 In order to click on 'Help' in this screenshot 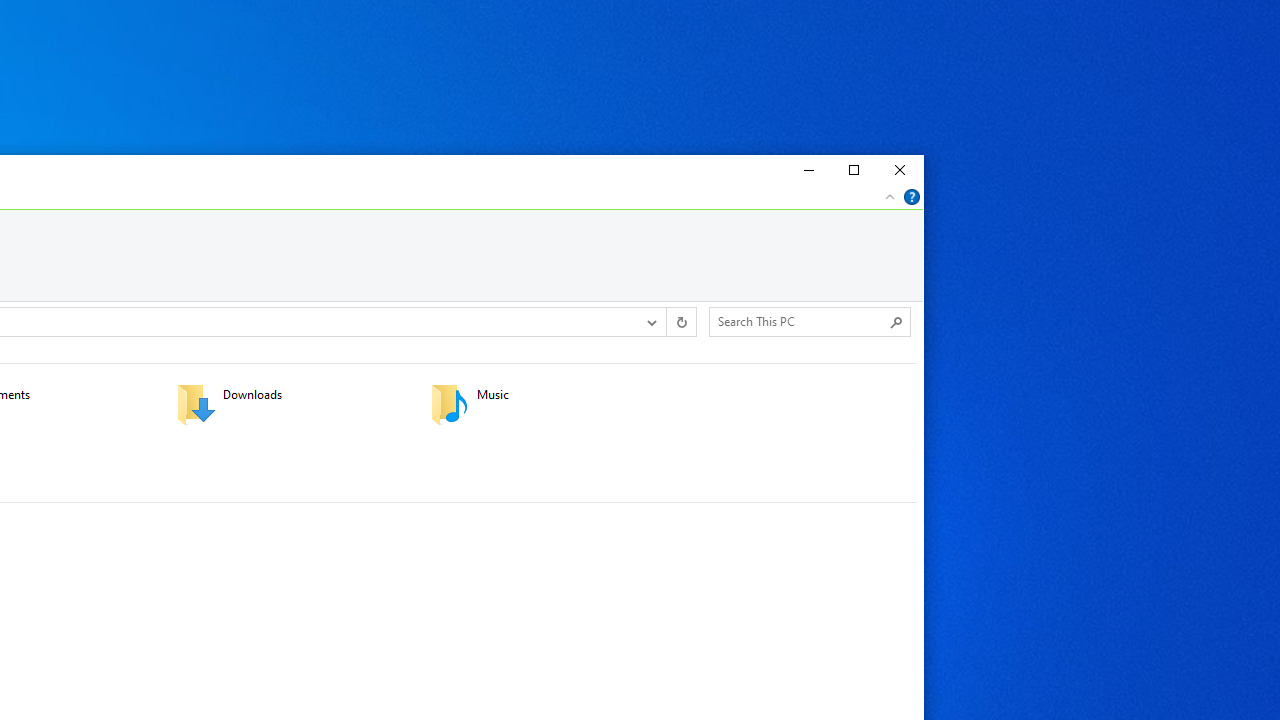, I will do `click(911, 196)`.